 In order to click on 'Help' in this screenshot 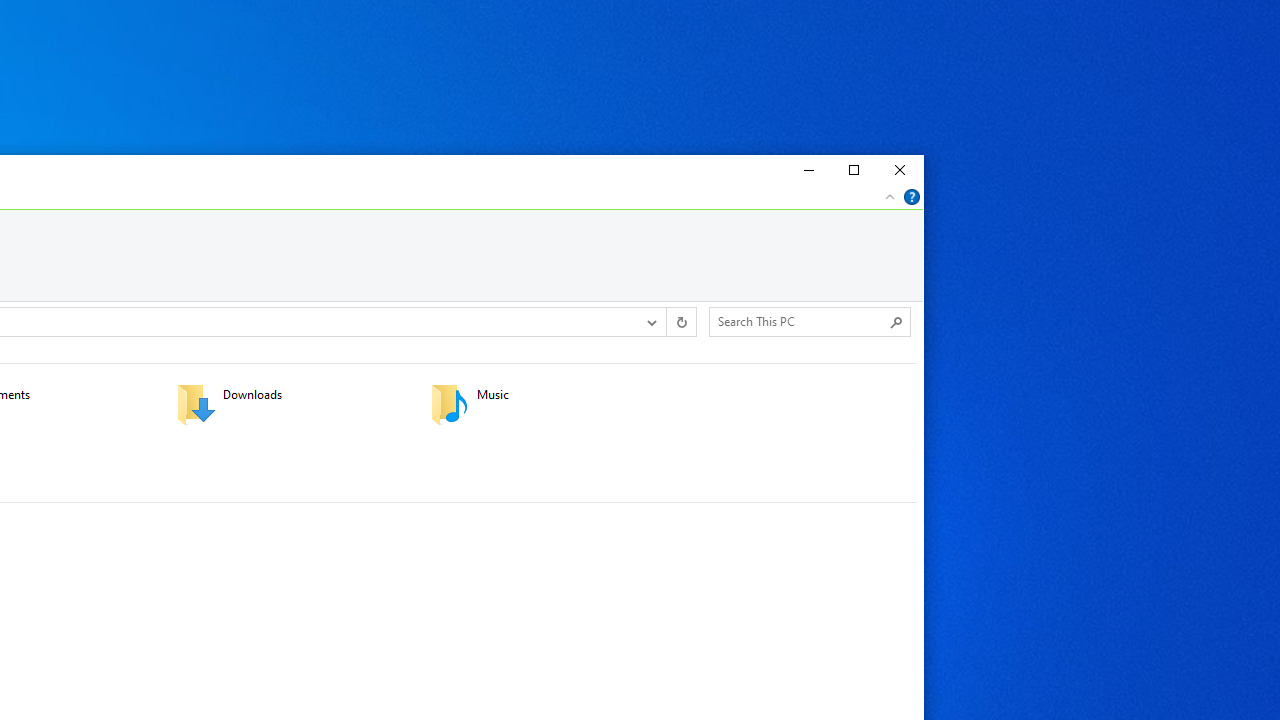, I will do `click(911, 196)`.